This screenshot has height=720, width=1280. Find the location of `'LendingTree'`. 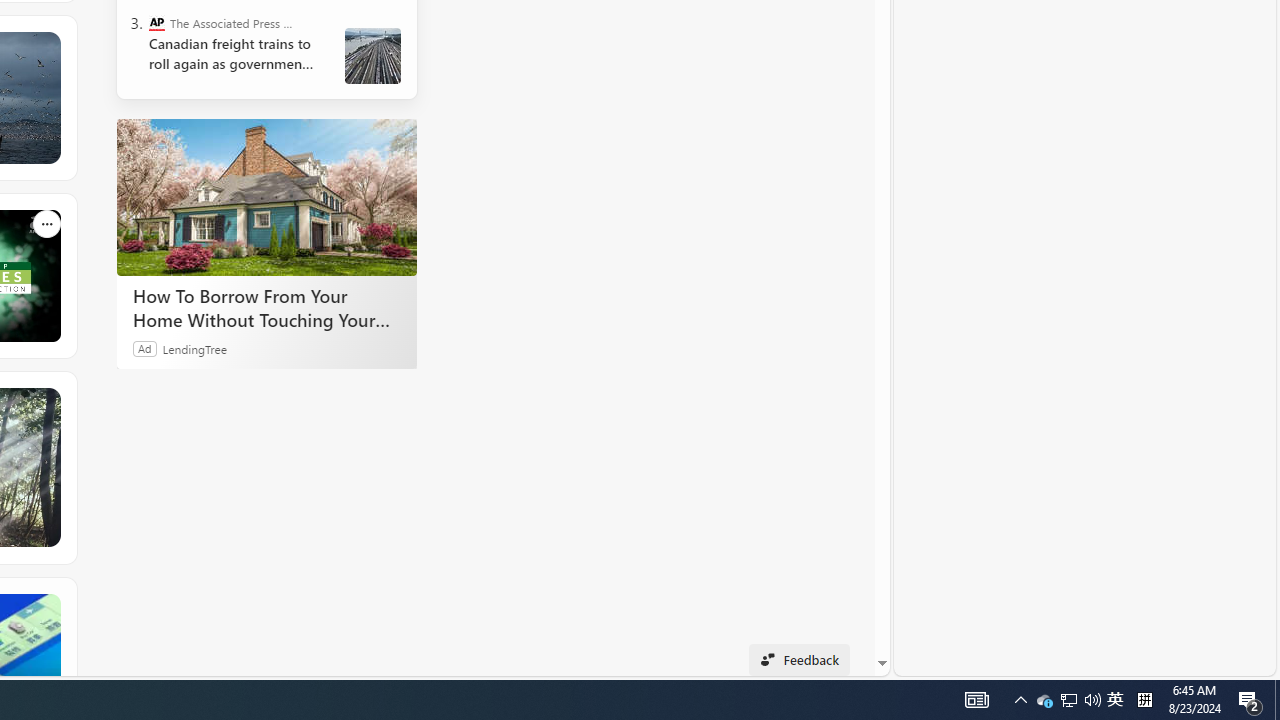

'LendingTree' is located at coordinates (195, 347).